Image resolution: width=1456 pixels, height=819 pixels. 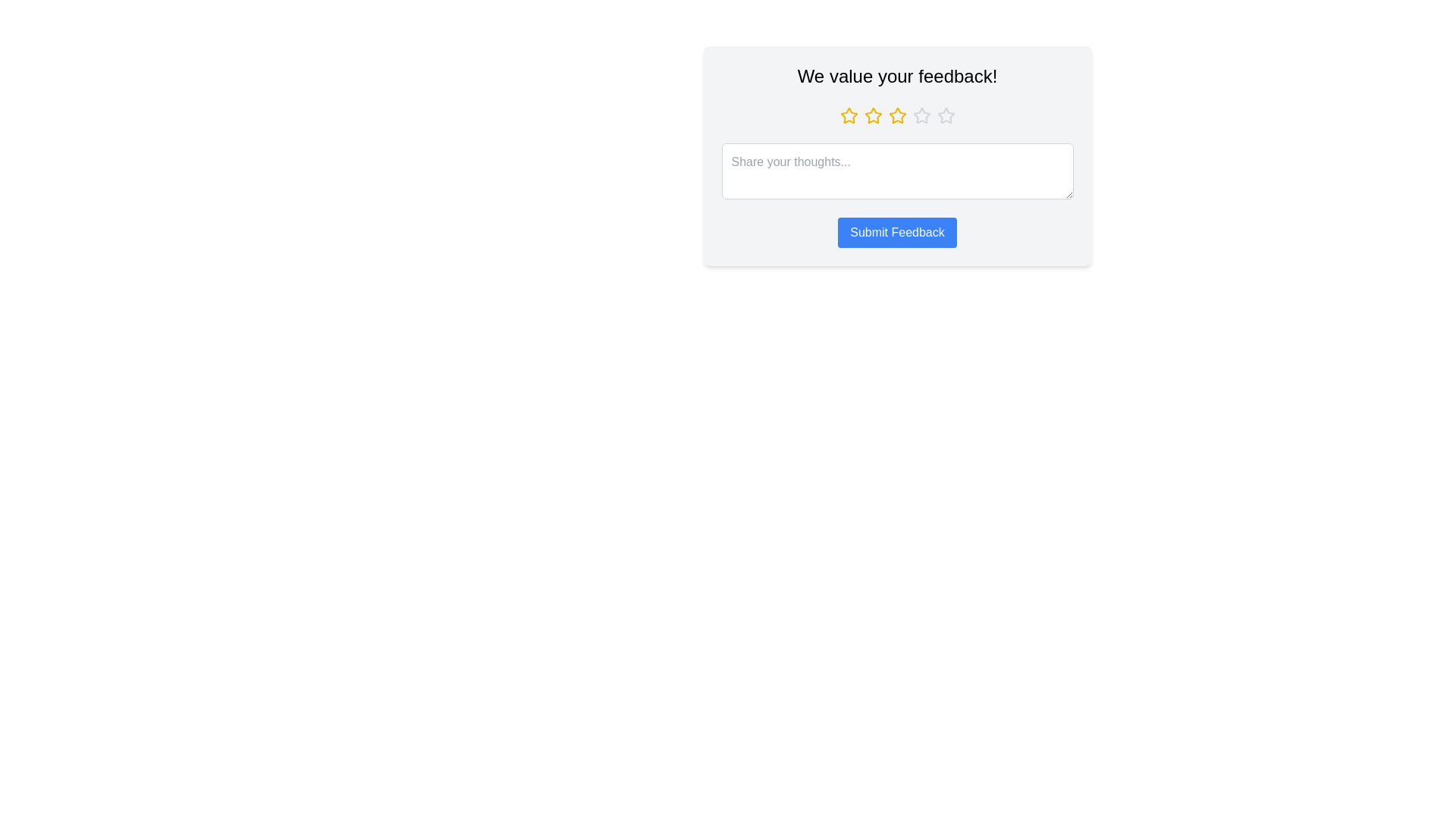 What do you see at coordinates (873, 115) in the screenshot?
I see `on the second star icon in the 5-star rating system` at bounding box center [873, 115].